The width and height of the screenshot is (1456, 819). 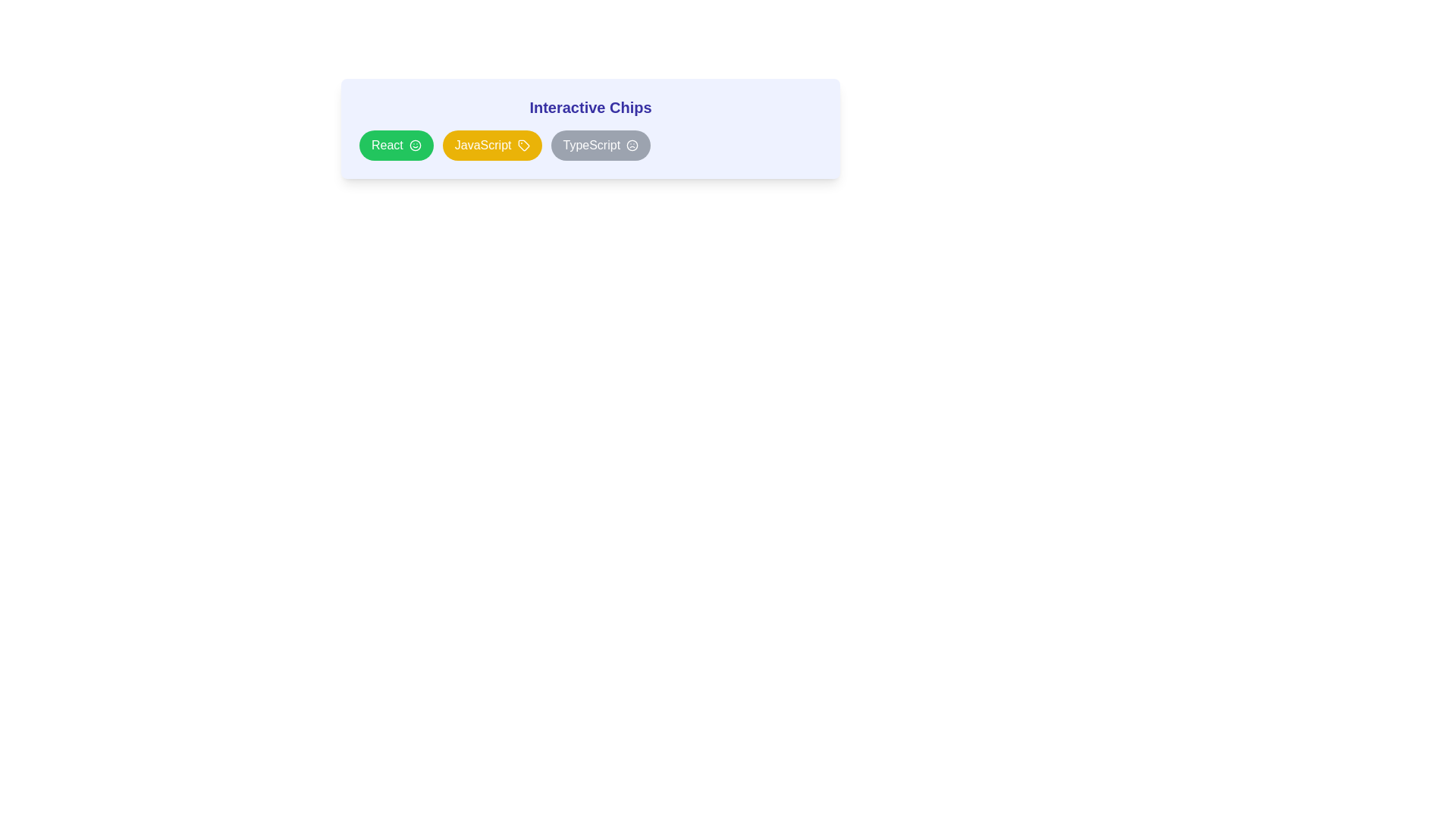 What do you see at coordinates (396, 146) in the screenshot?
I see `the Chip-like button labeled 'React', which is the first button in a row of three similar buttons aligned horizontally at the top-left area of the group` at bounding box center [396, 146].